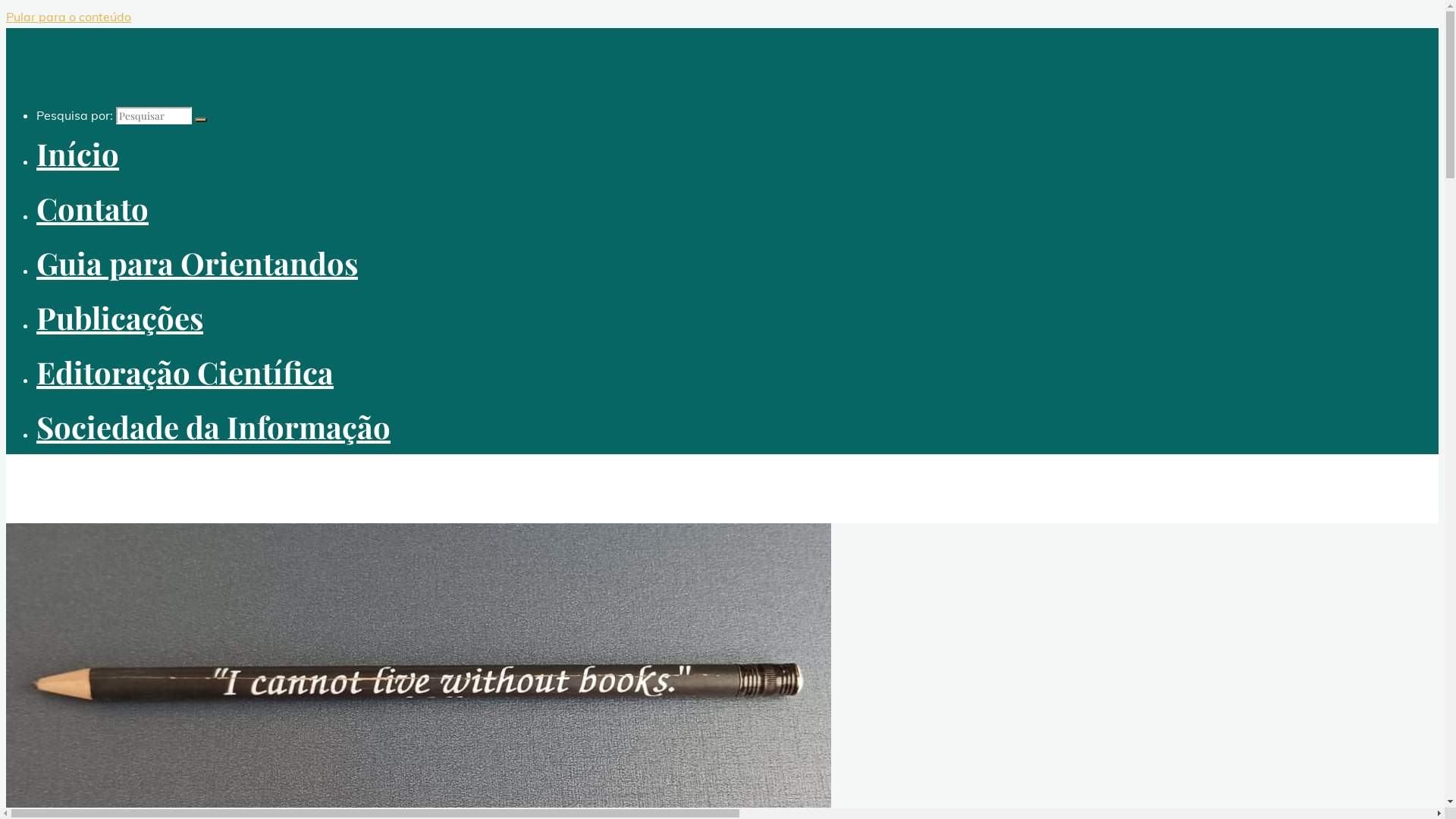  I want to click on 'enriquemuriel.com', so click(76, 479).